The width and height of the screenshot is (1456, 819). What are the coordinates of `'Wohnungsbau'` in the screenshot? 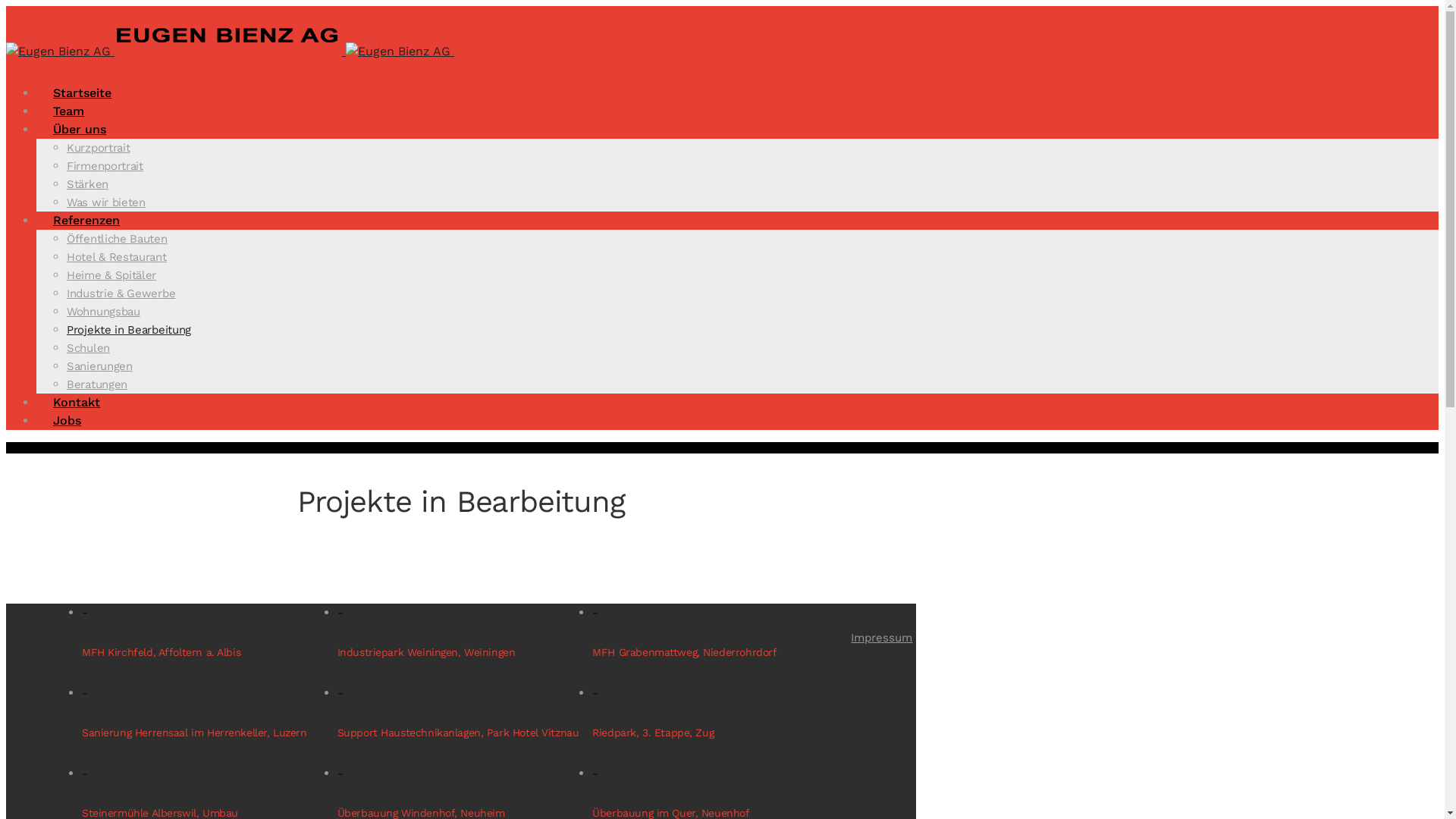 It's located at (102, 311).